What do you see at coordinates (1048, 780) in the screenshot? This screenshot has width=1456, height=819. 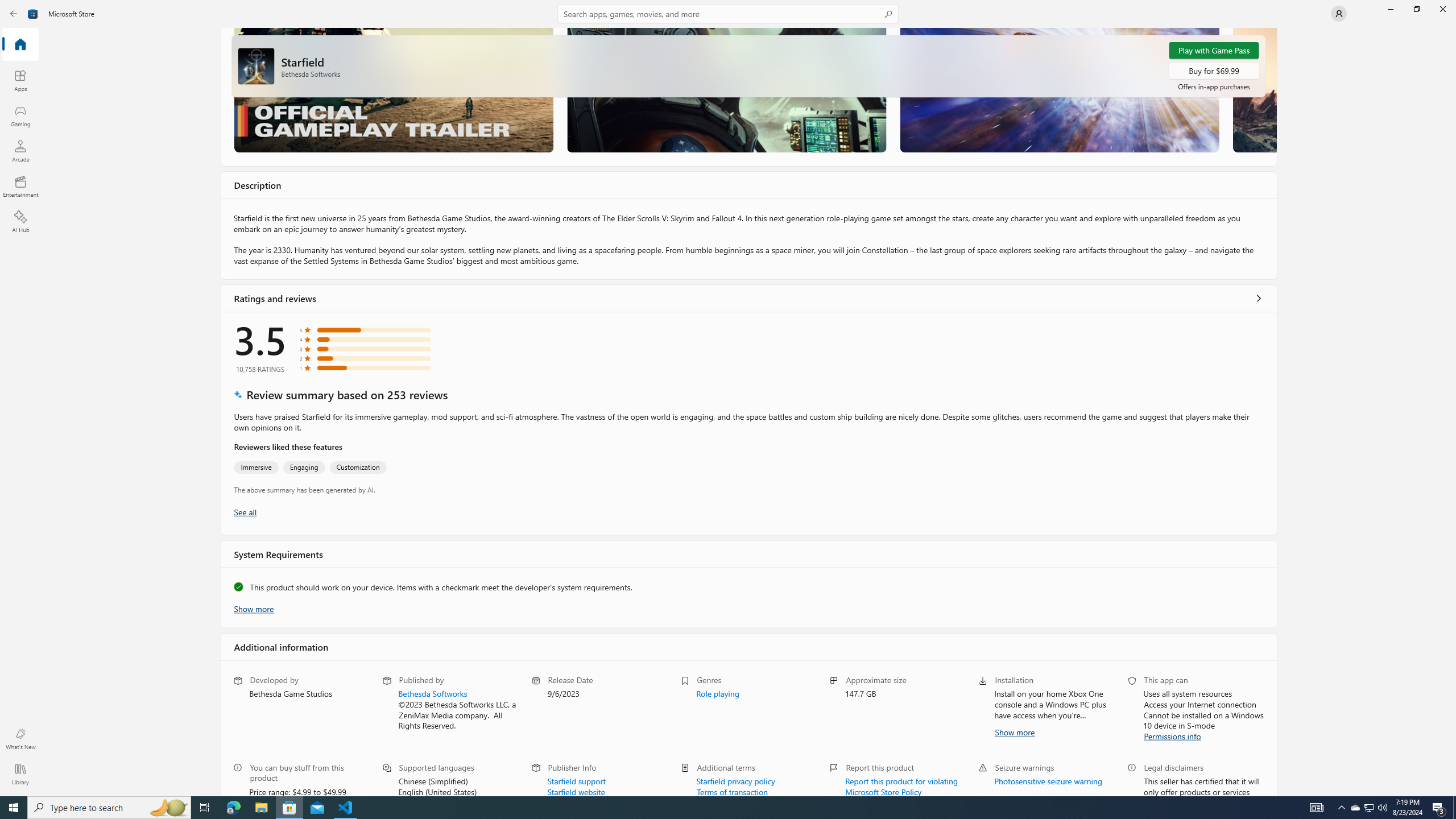 I see `'Photosensitive seizure warning'` at bounding box center [1048, 780].